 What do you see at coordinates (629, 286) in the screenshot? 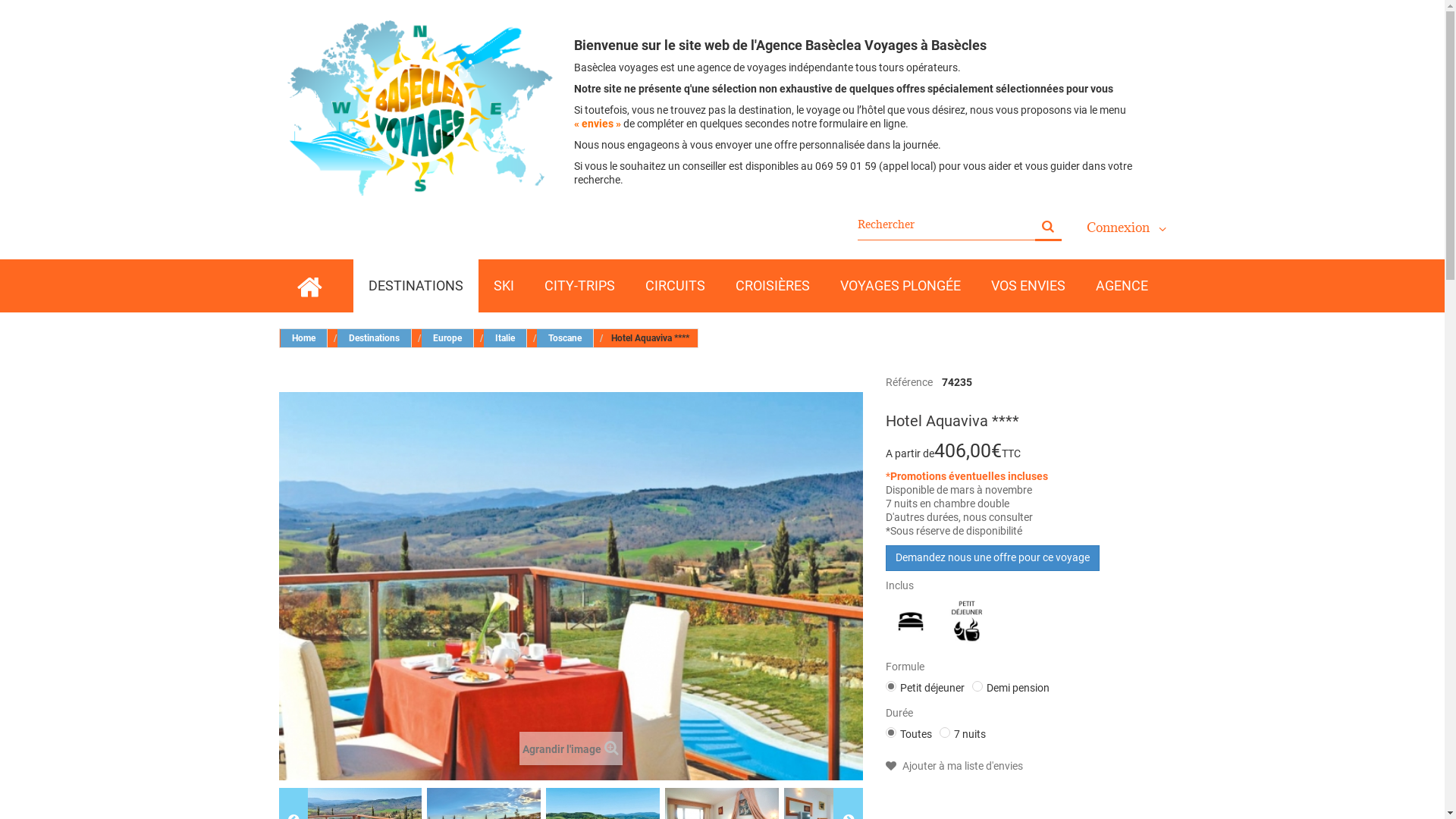
I see `'CIRCUITS'` at bounding box center [629, 286].